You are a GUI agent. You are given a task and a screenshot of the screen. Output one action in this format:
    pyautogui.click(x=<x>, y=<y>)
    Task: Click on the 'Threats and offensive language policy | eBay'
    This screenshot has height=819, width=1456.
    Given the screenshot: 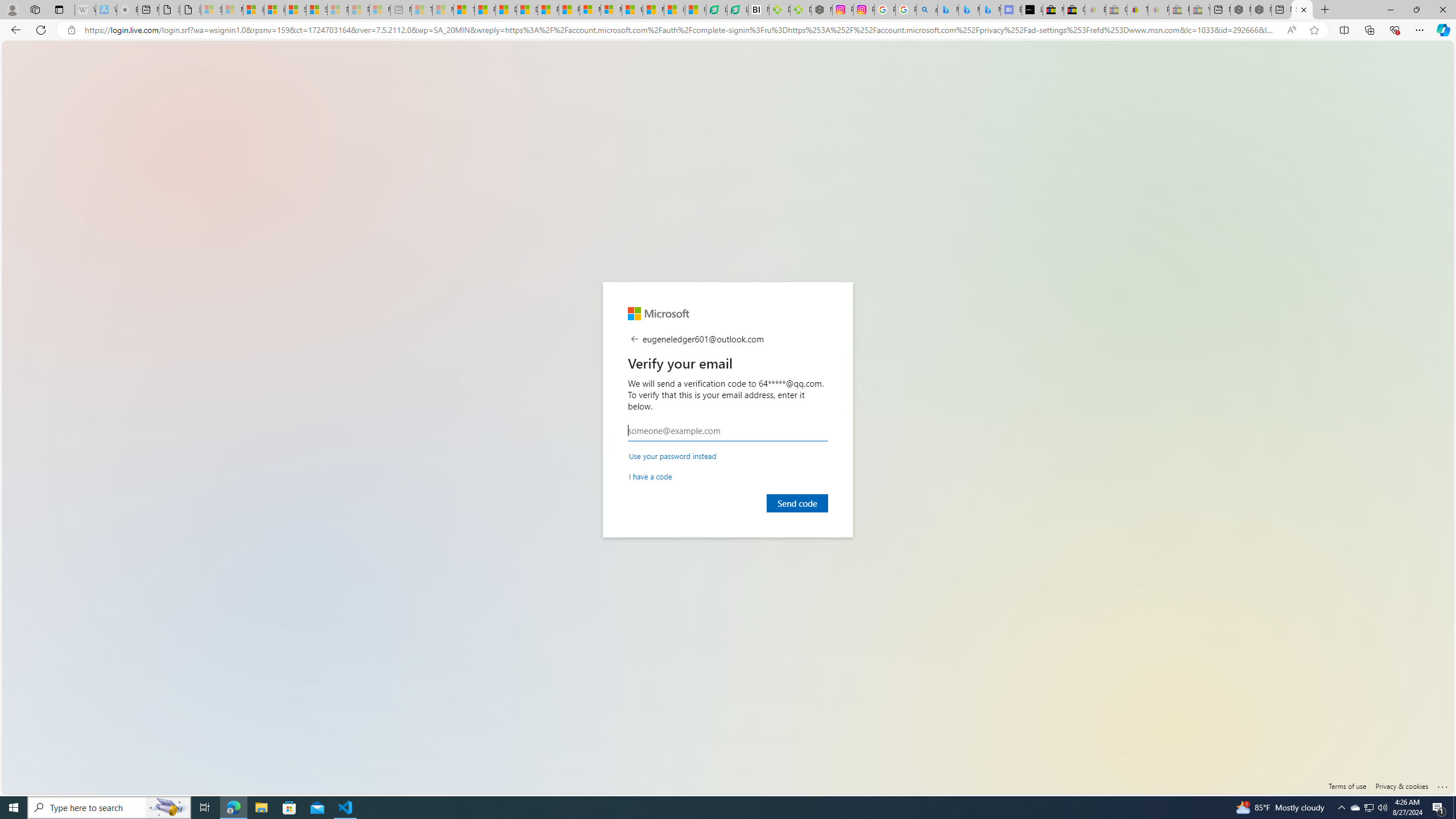 What is the action you would take?
    pyautogui.click(x=1137, y=9)
    